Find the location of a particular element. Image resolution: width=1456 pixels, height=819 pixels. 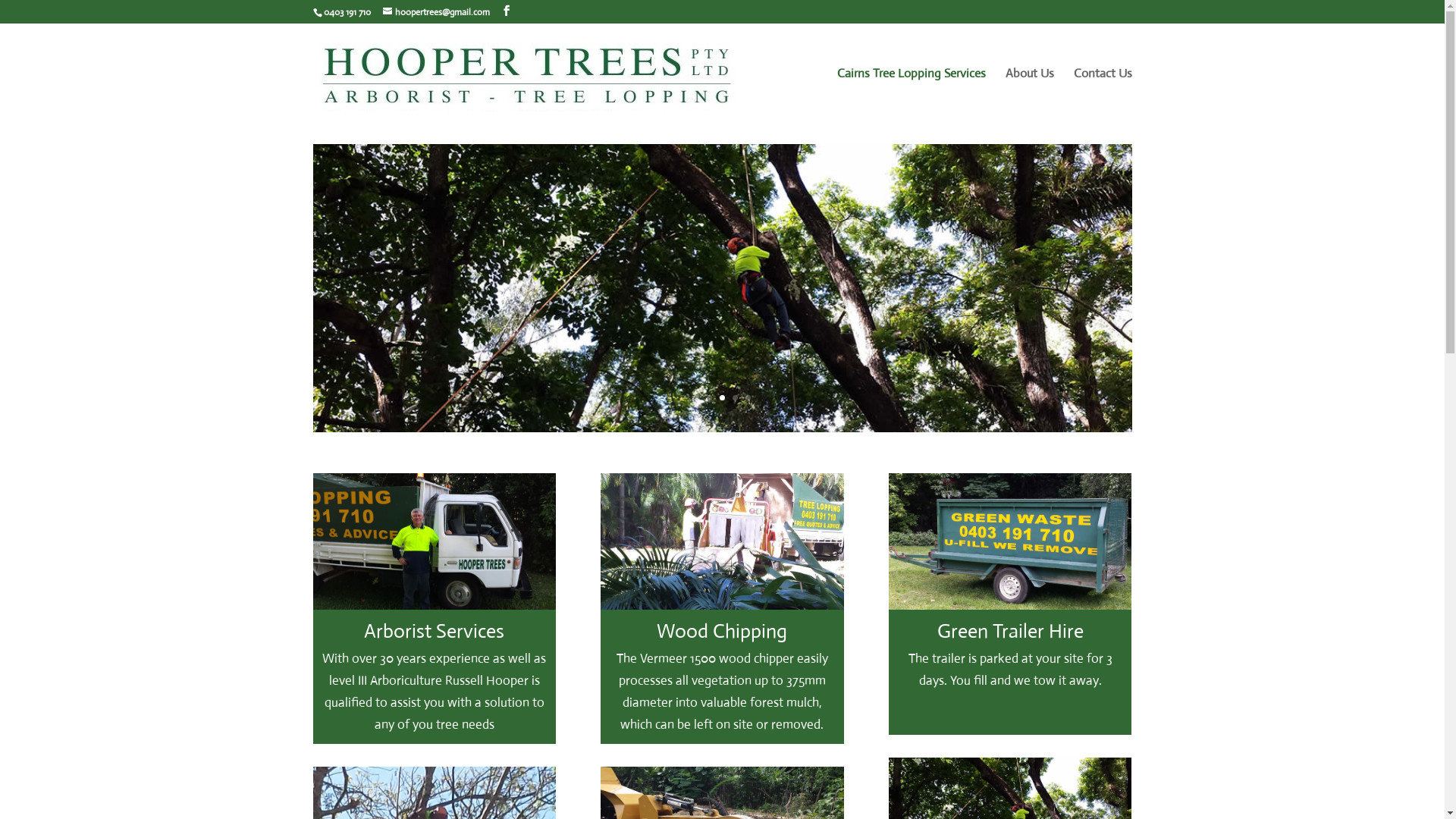

'5' is located at coordinates (748, 397).